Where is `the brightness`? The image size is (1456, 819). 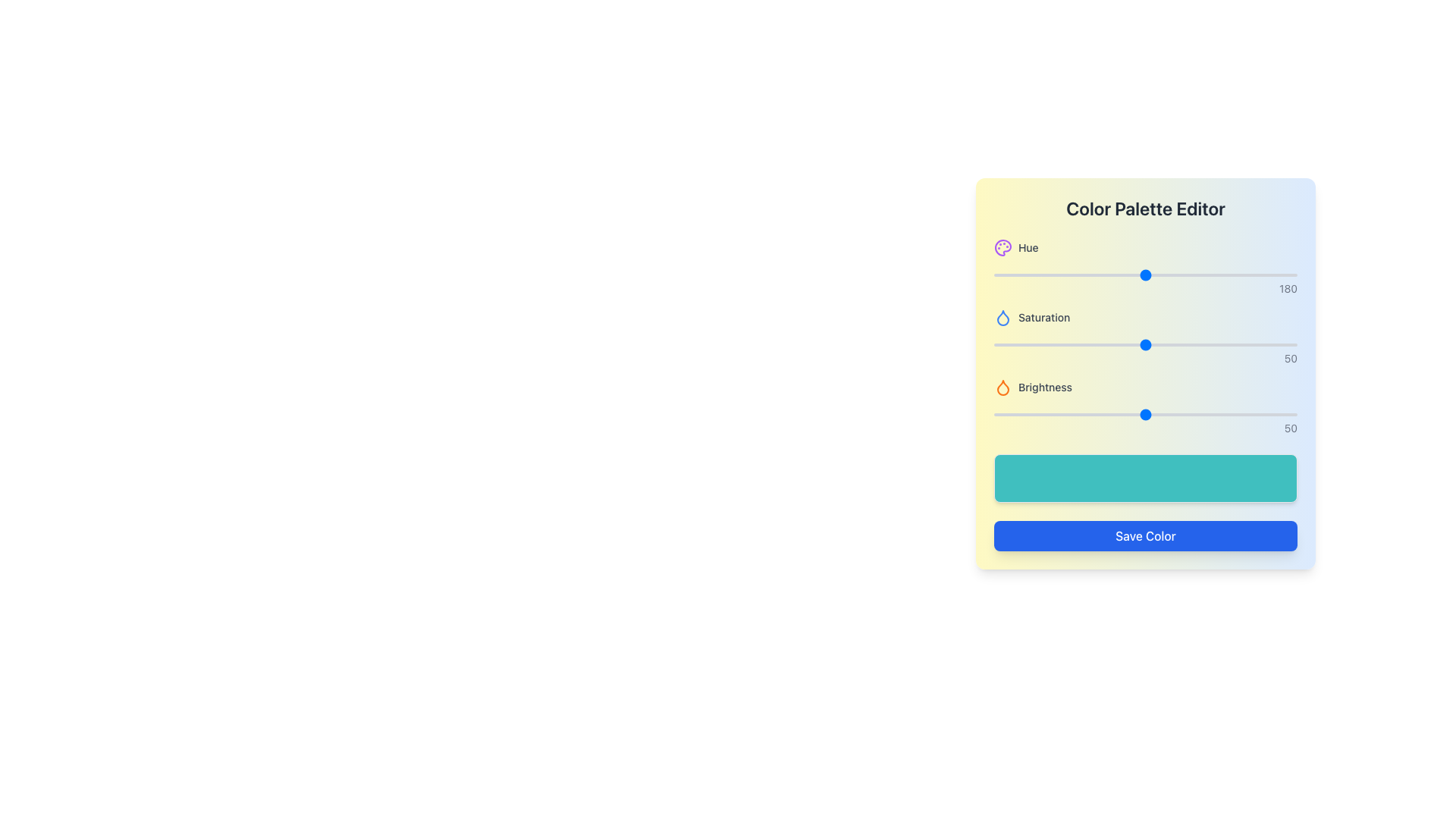
the brightness is located at coordinates (1230, 415).